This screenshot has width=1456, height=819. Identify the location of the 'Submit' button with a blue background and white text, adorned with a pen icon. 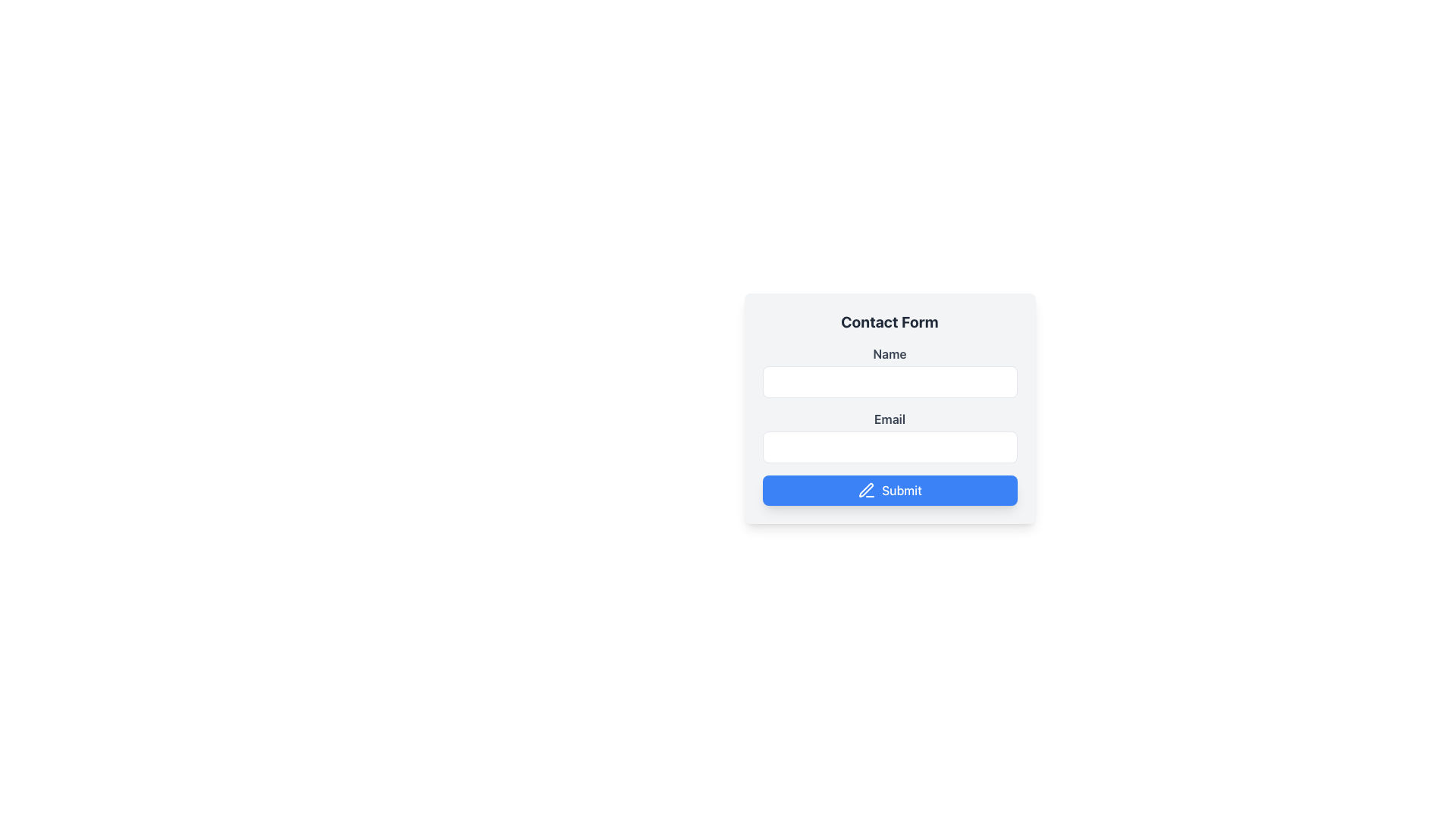
(890, 491).